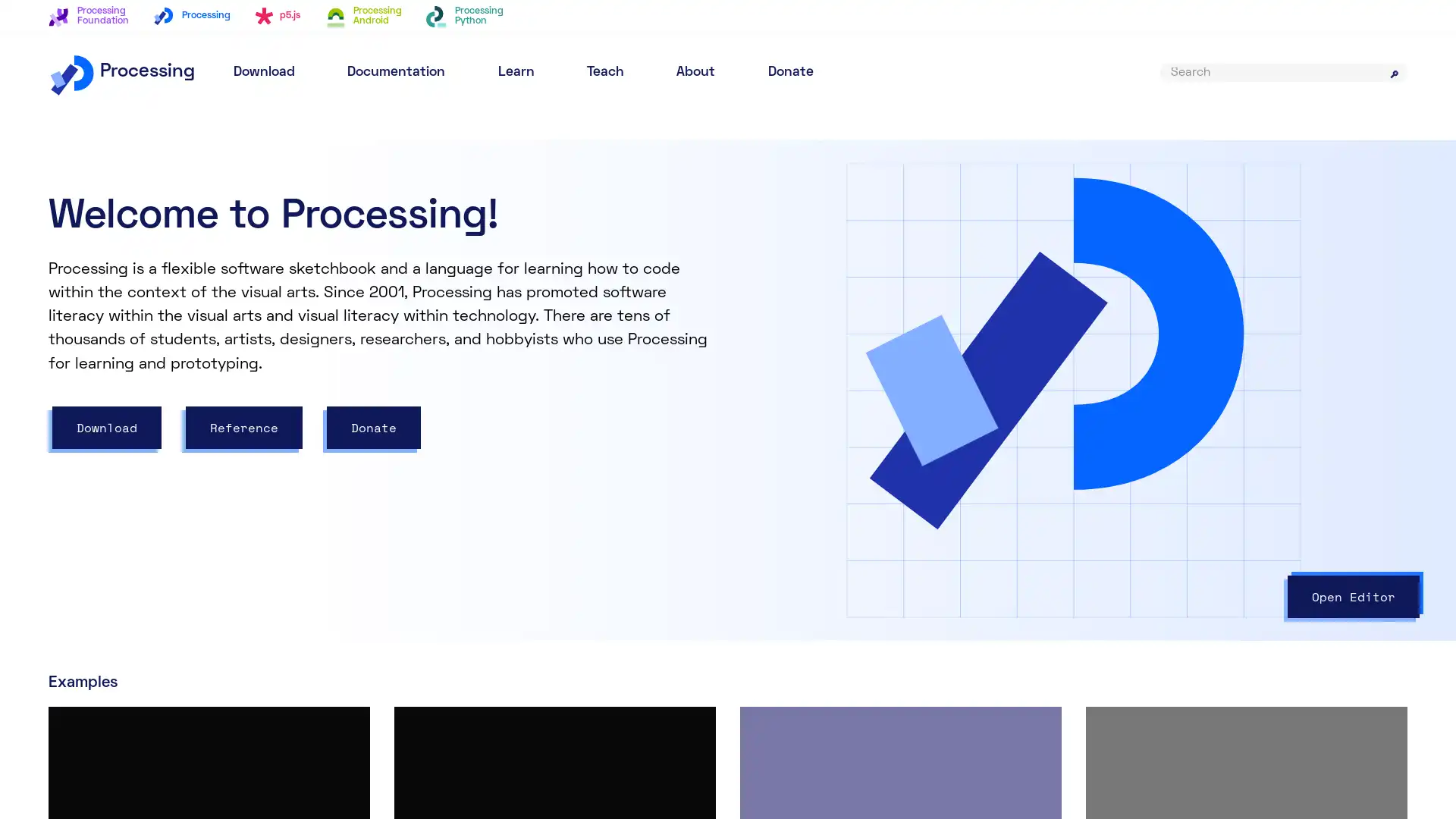  What do you see at coordinates (902, 188) in the screenshot?
I see `true` at bounding box center [902, 188].